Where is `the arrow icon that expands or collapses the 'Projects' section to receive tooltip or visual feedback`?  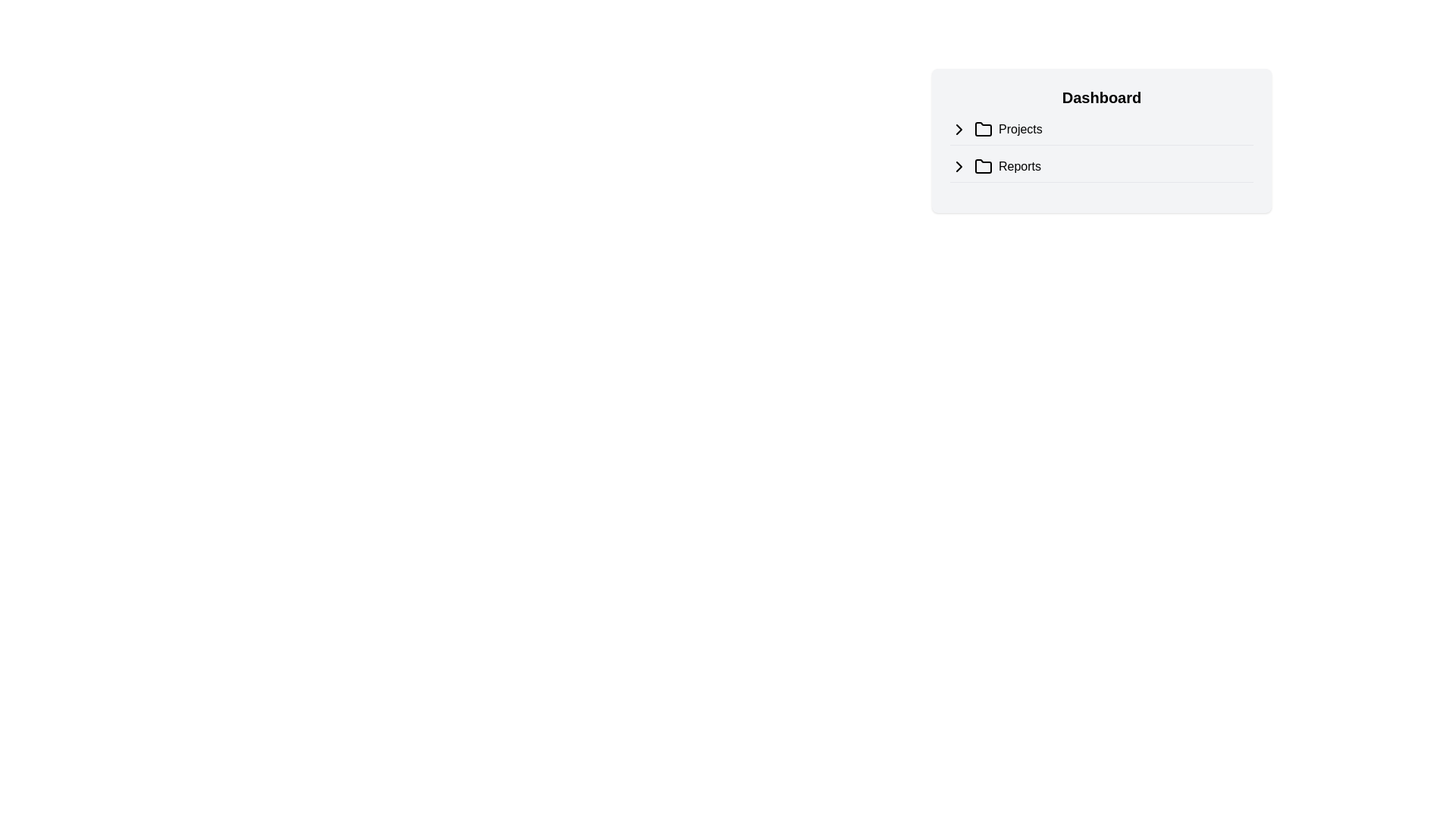 the arrow icon that expands or collapses the 'Projects' section to receive tooltip or visual feedback is located at coordinates (959, 128).